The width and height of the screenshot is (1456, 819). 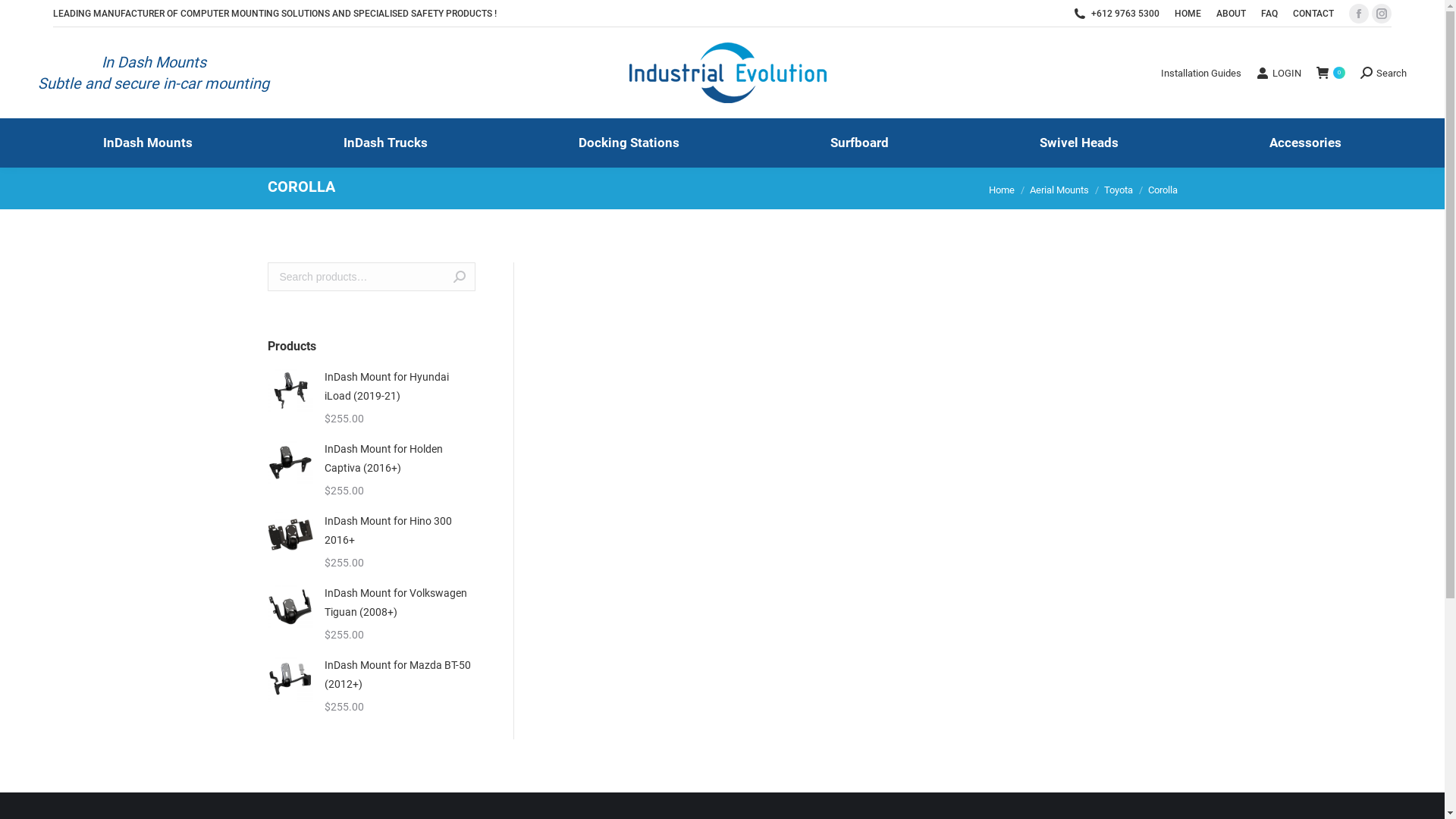 What do you see at coordinates (1078, 143) in the screenshot?
I see `'Swivel Heads'` at bounding box center [1078, 143].